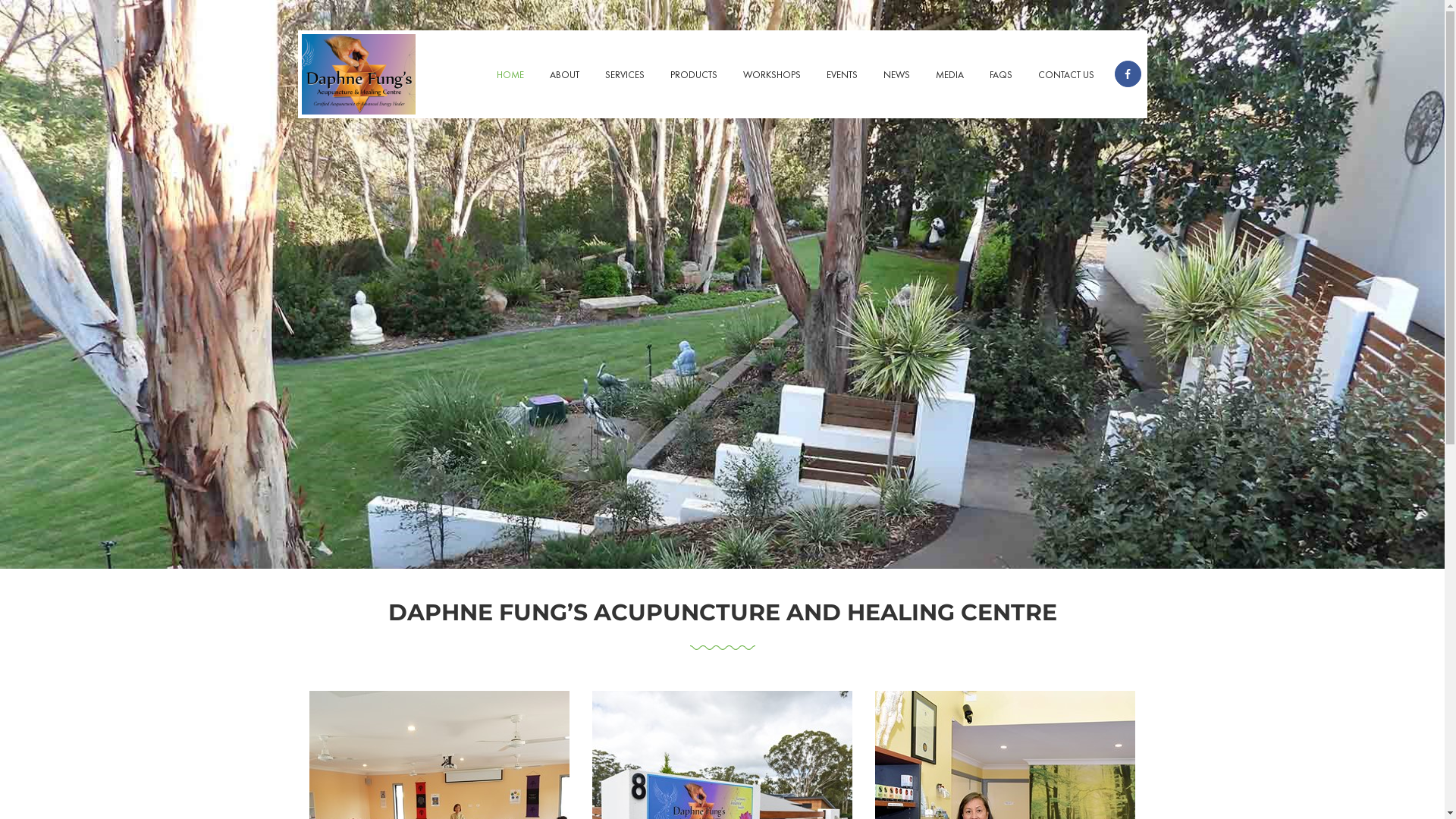 The height and width of the screenshot is (819, 1456). I want to click on 'MEDIA', so click(948, 76).